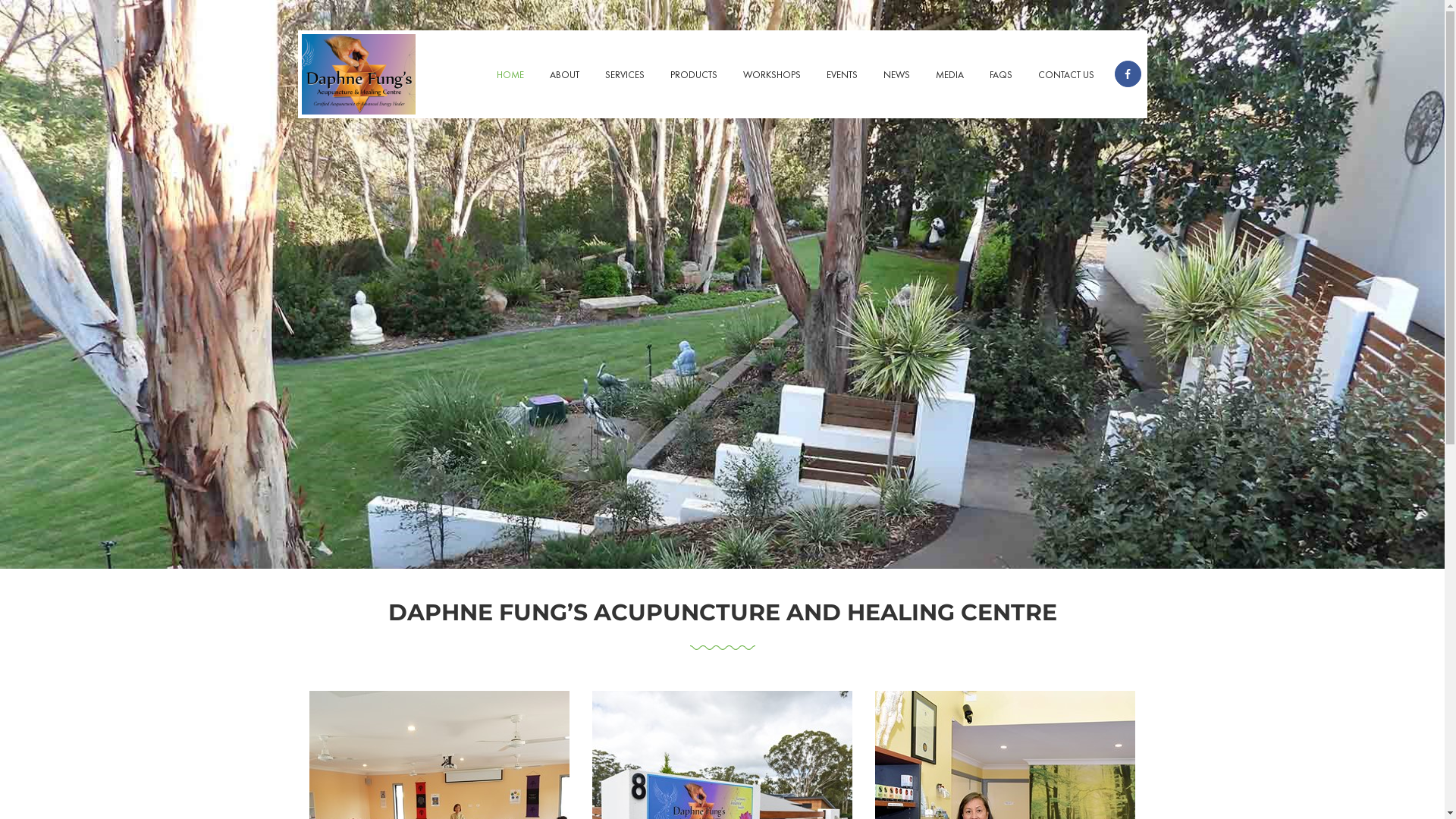 The height and width of the screenshot is (819, 1456). I want to click on 'MEDIA', so click(948, 76).